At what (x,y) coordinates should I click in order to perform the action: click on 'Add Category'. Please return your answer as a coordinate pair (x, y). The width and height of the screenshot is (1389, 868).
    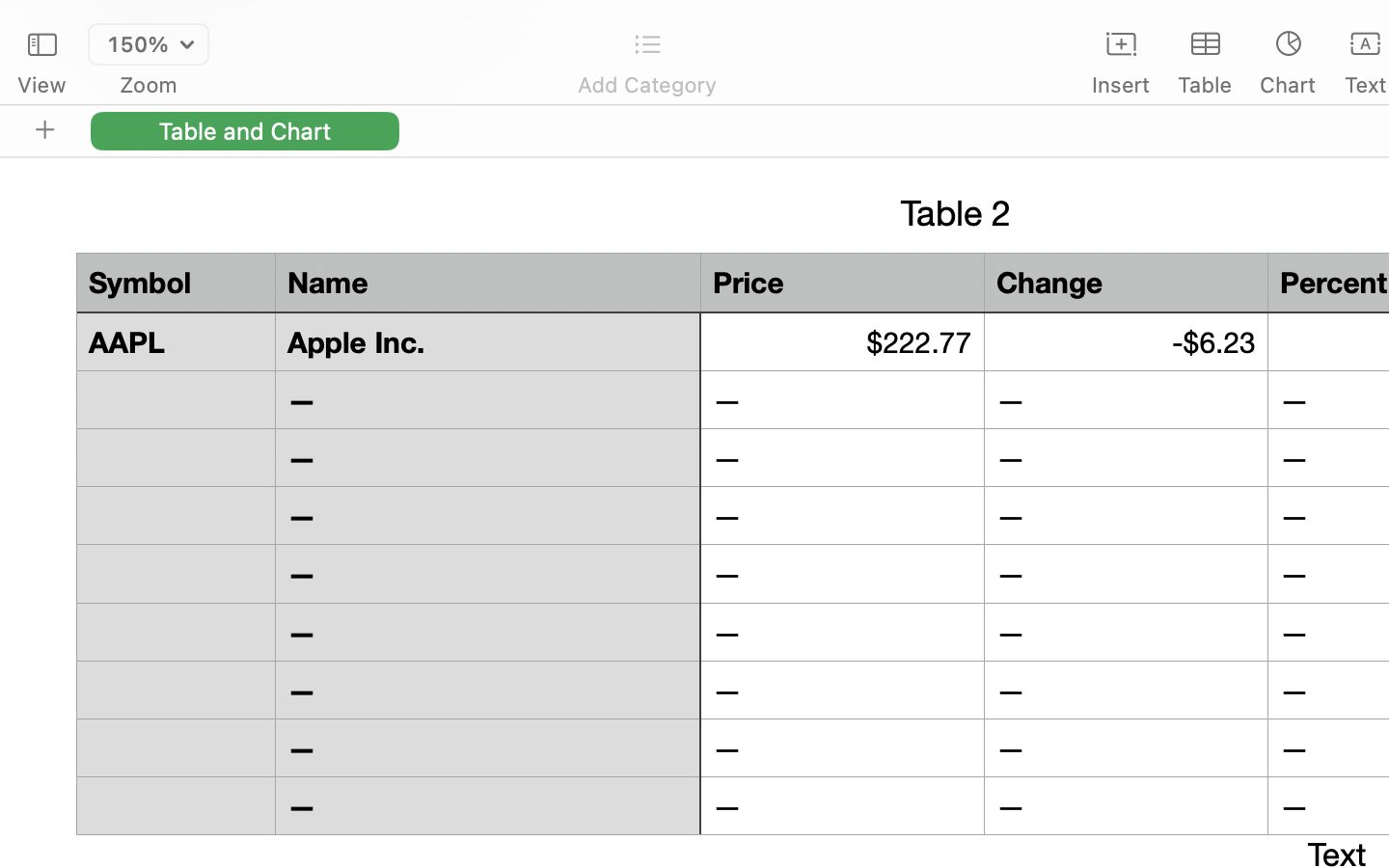
    Looking at the image, I should click on (646, 84).